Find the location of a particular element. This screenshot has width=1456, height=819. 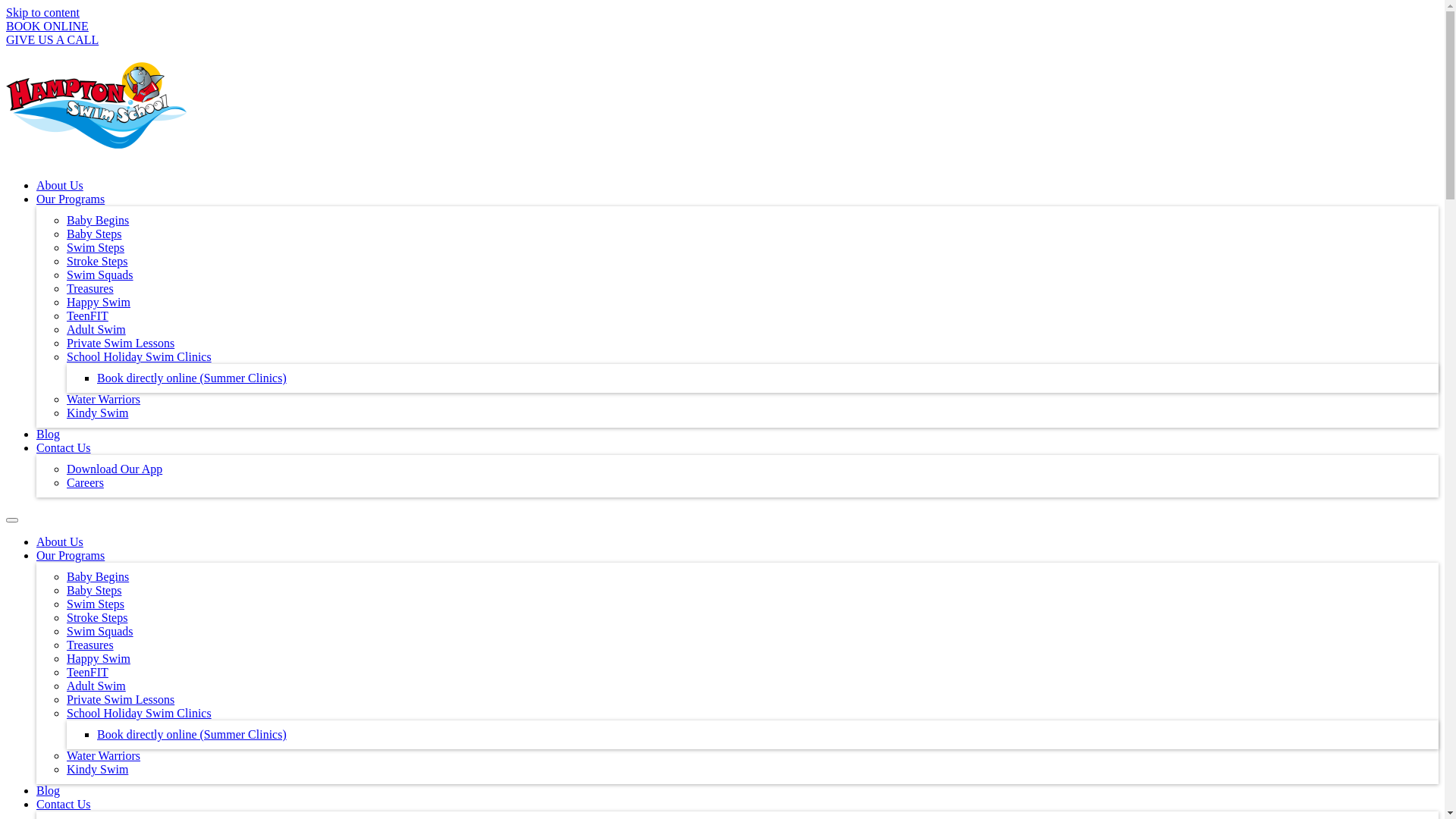

'Download Our App' is located at coordinates (113, 468).